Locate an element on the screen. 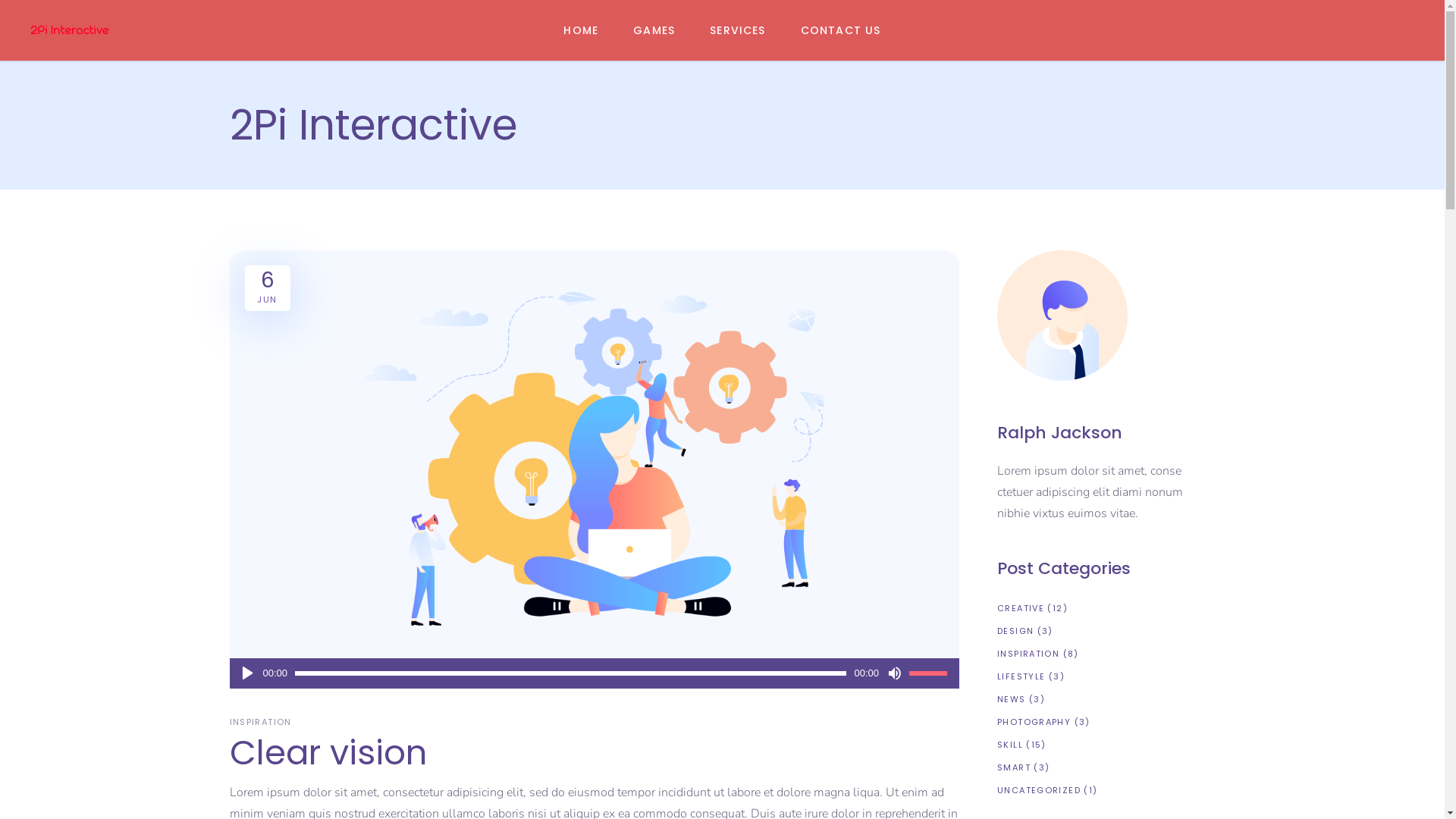  'CREATIVE' is located at coordinates (997, 607).